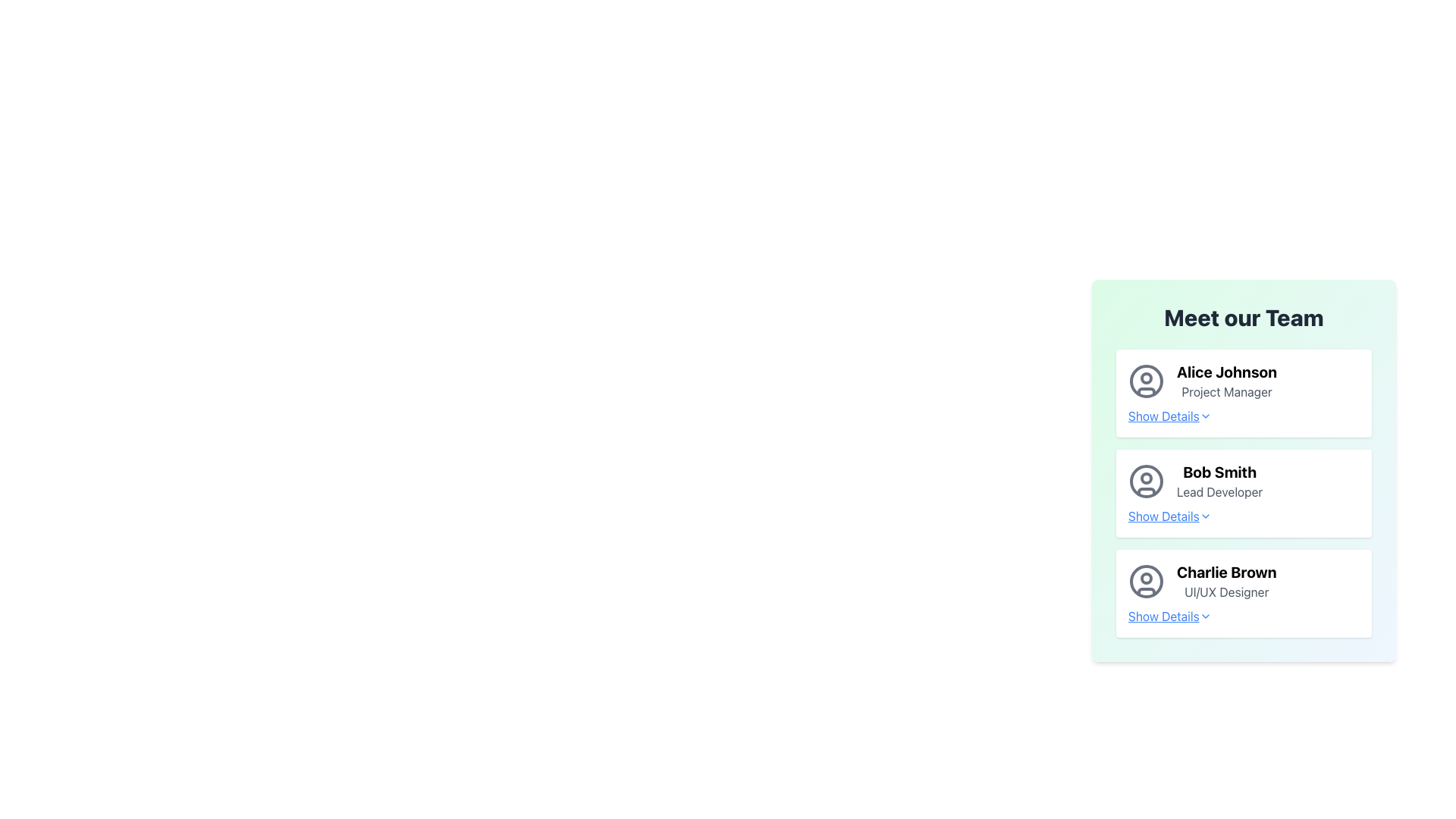  Describe the element at coordinates (1204, 617) in the screenshot. I see `the downward-facing chevron icon next to the text 'Show Details' for the team member 'Charlie Brown'` at that location.